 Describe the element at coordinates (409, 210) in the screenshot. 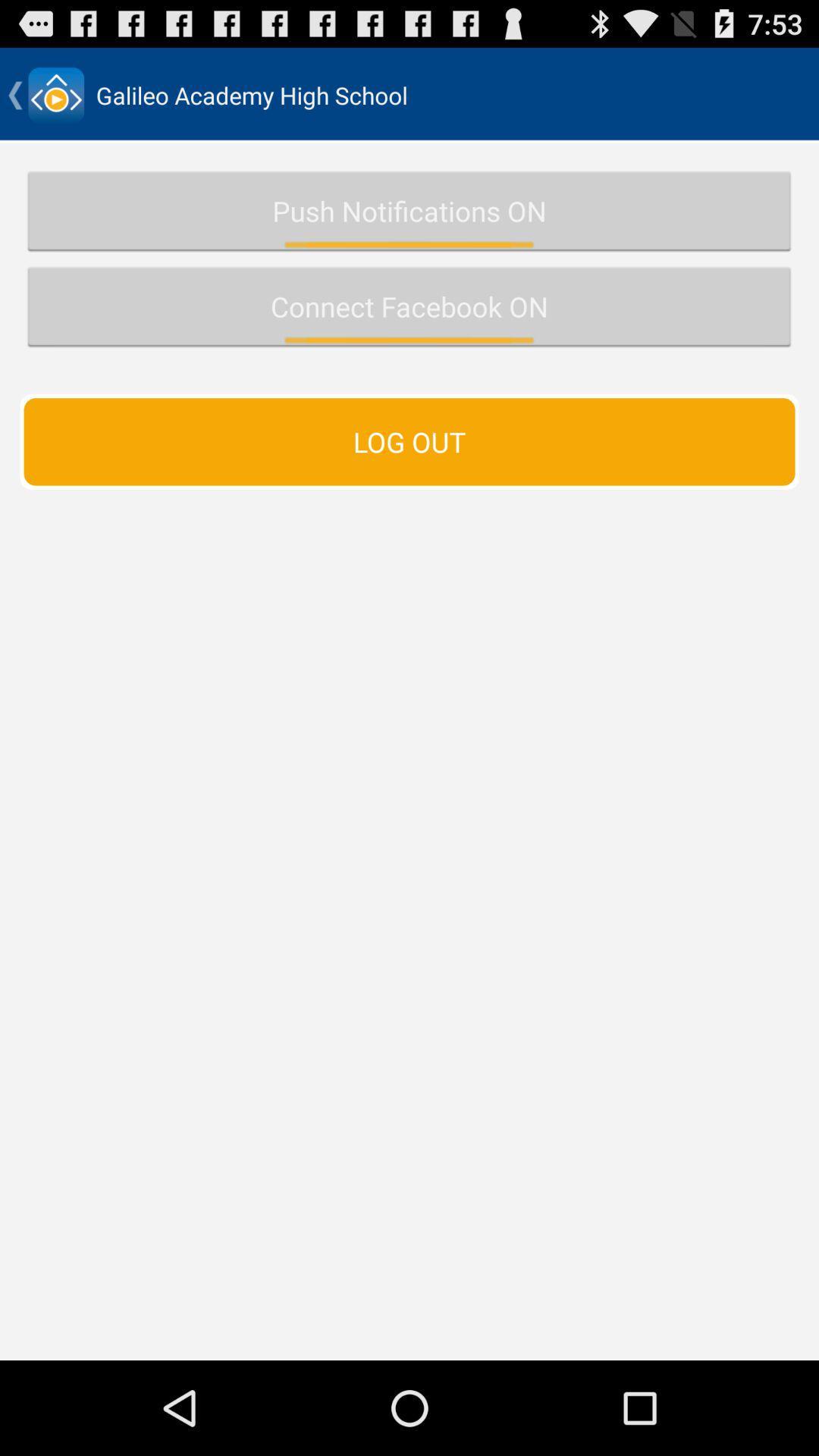

I see `the item above connect facebook on icon` at that location.